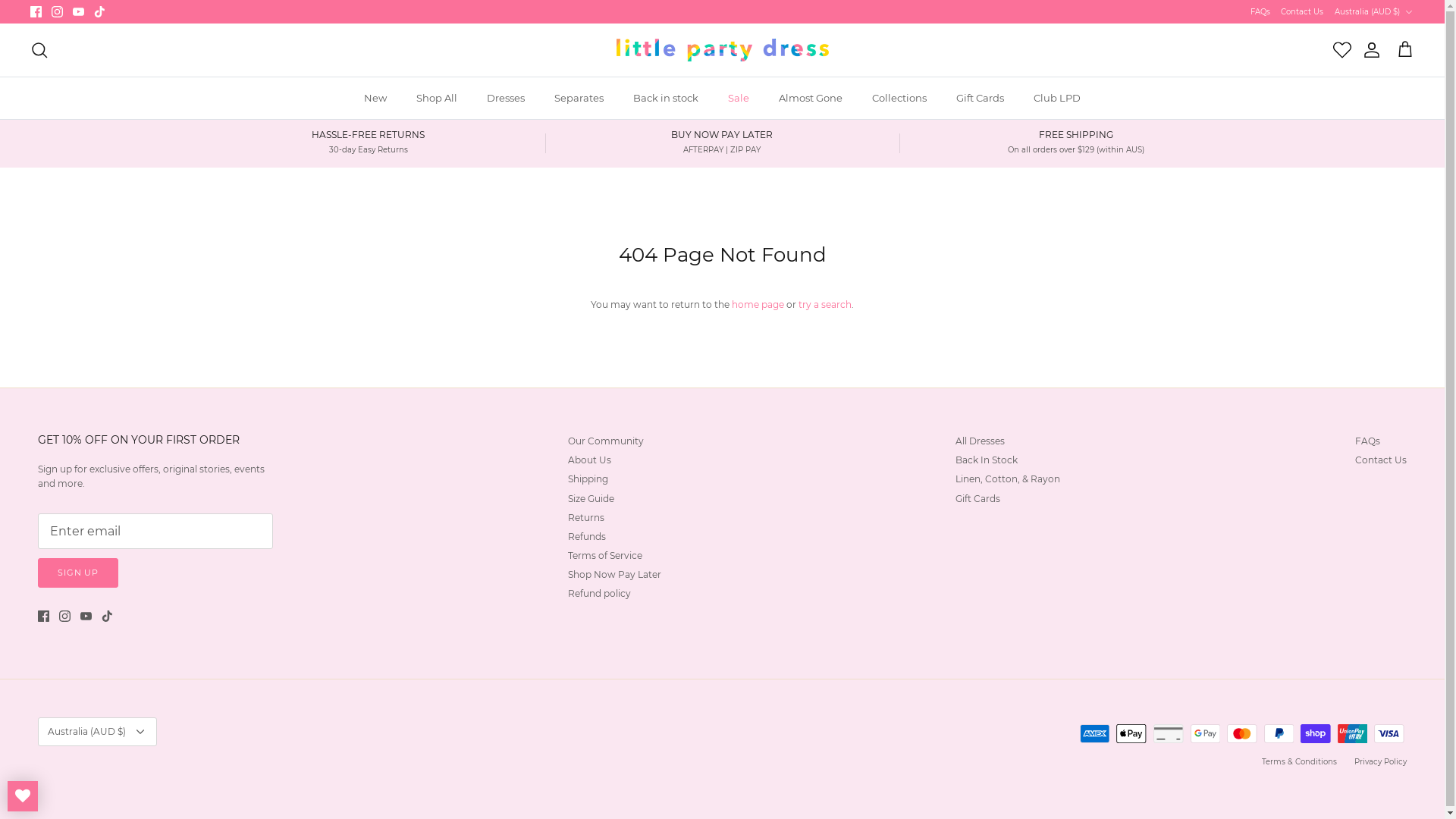 This screenshot has width=1456, height=819. What do you see at coordinates (666, 99) in the screenshot?
I see `'Back in stock'` at bounding box center [666, 99].